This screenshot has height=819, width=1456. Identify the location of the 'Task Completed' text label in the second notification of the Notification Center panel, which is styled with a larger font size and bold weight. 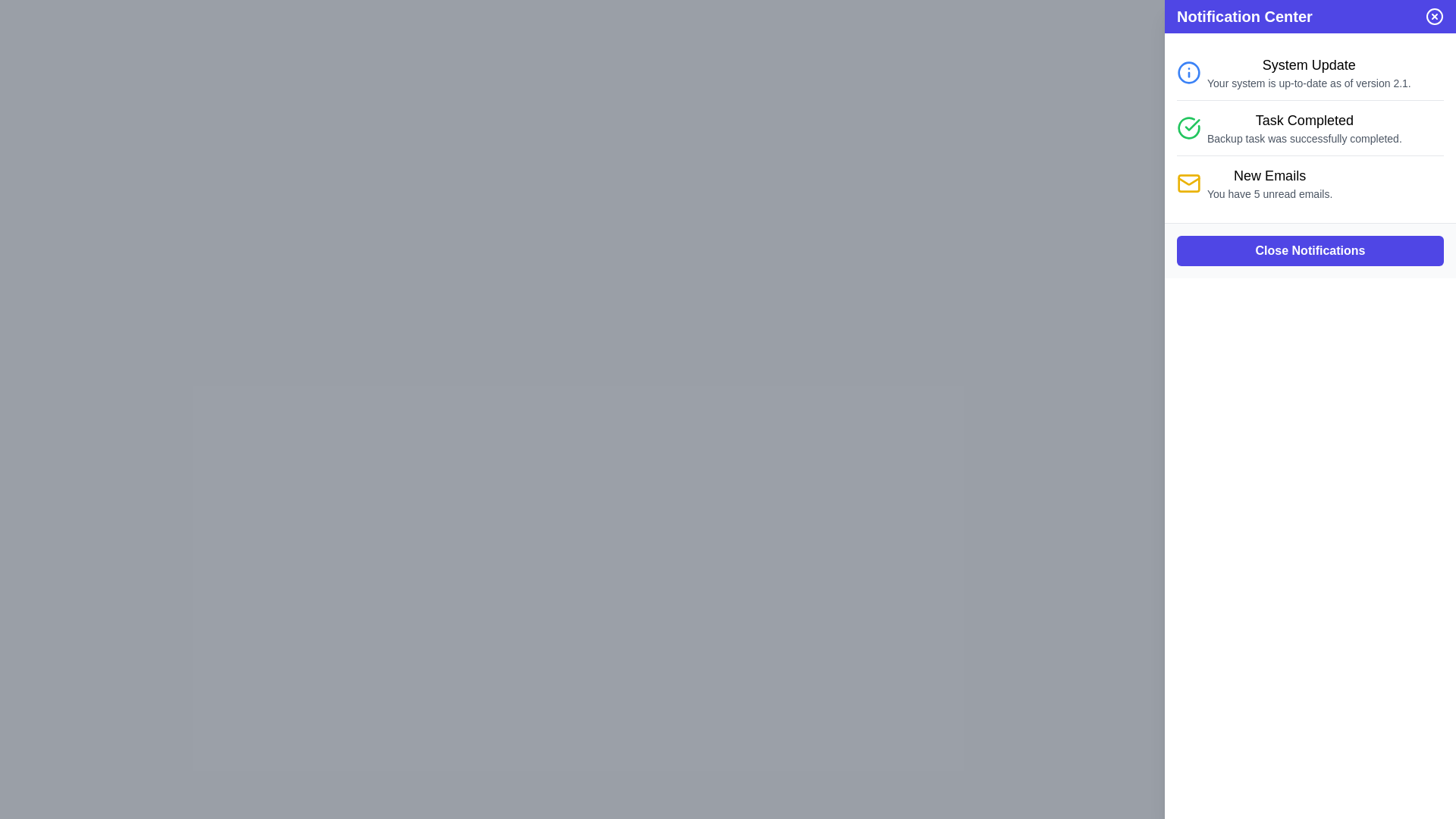
(1304, 119).